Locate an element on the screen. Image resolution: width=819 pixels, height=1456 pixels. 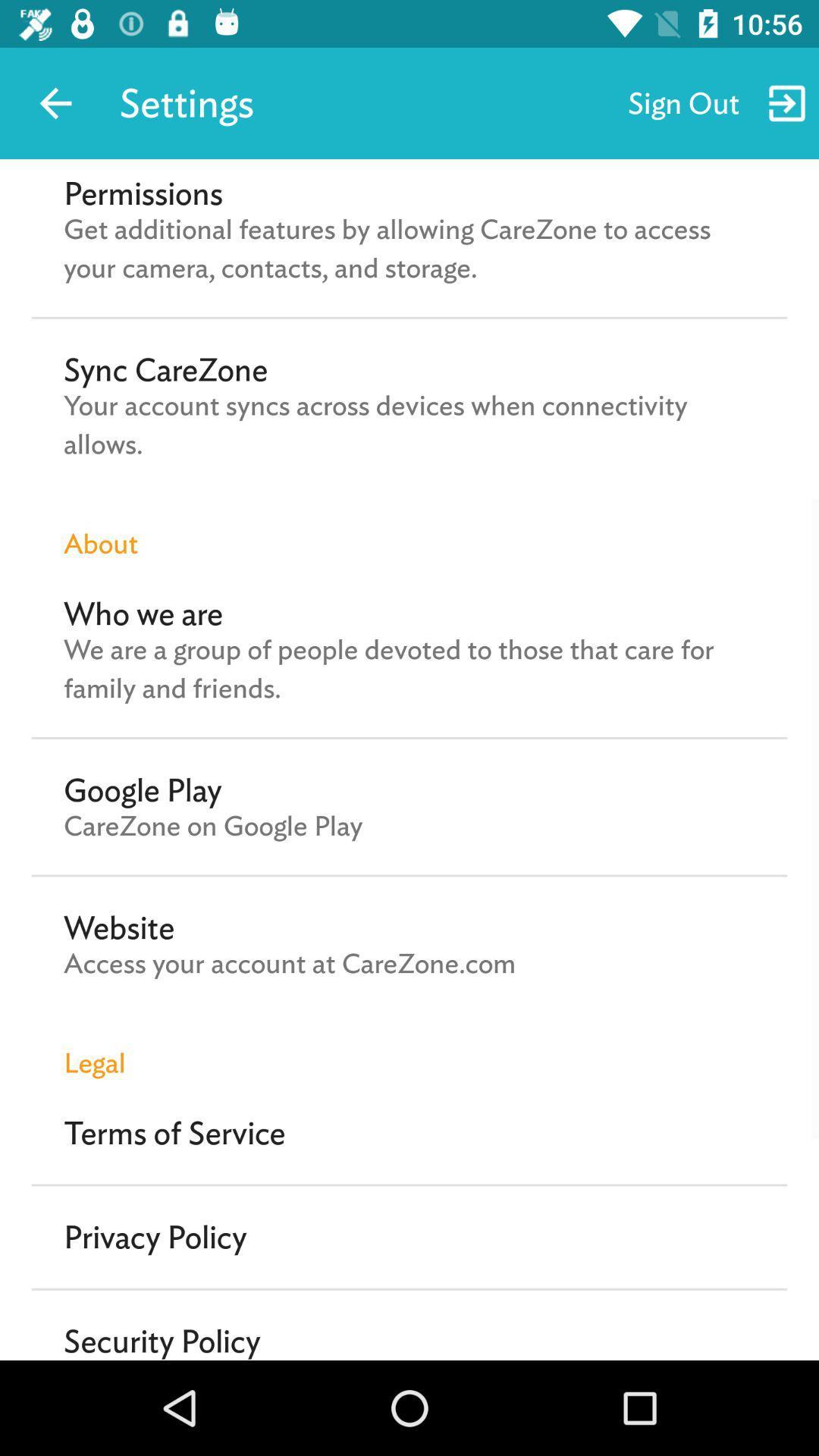
the item next to settings is located at coordinates (55, 102).